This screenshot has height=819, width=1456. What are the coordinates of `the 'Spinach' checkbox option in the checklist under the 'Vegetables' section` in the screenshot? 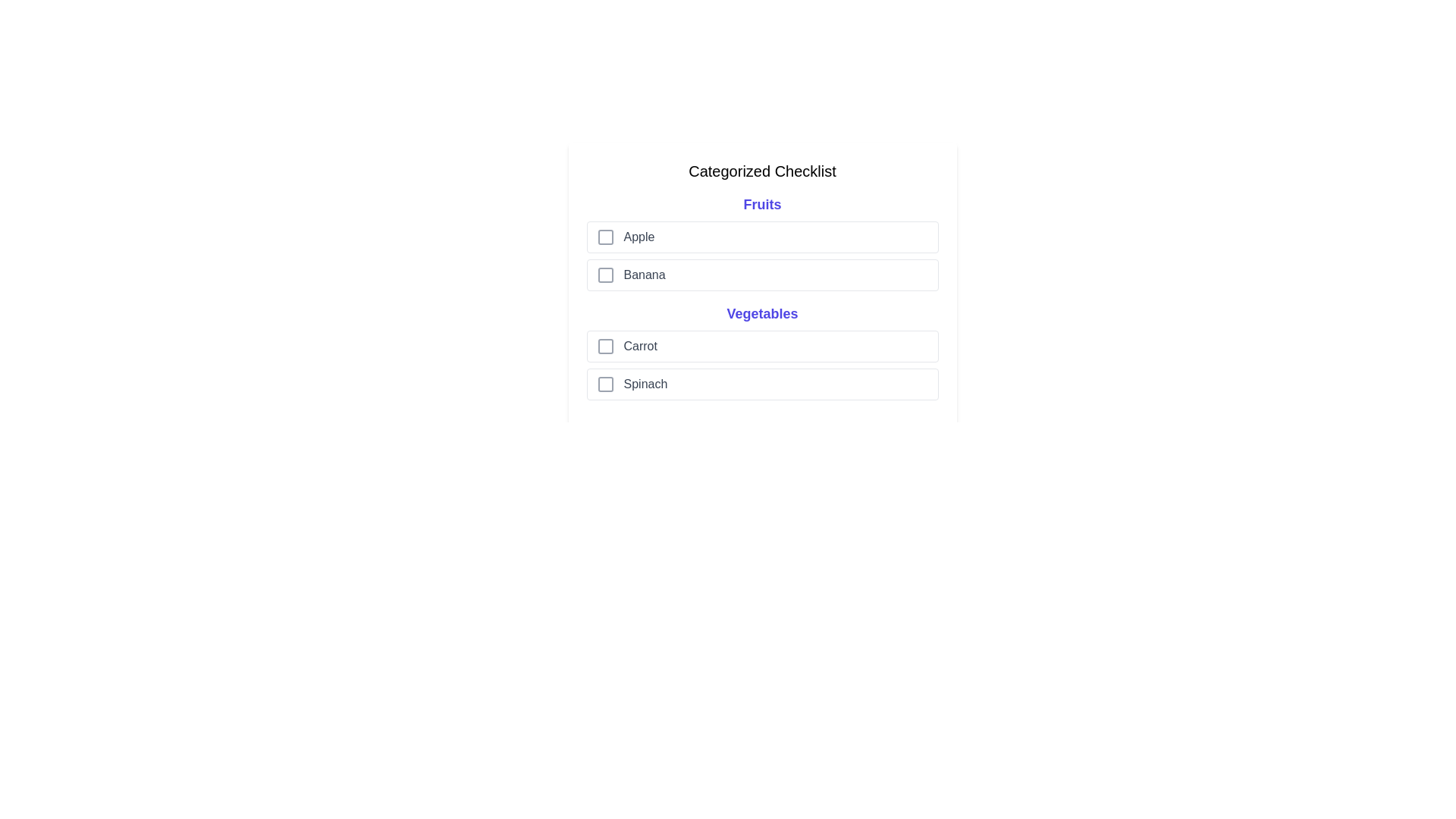 It's located at (762, 383).